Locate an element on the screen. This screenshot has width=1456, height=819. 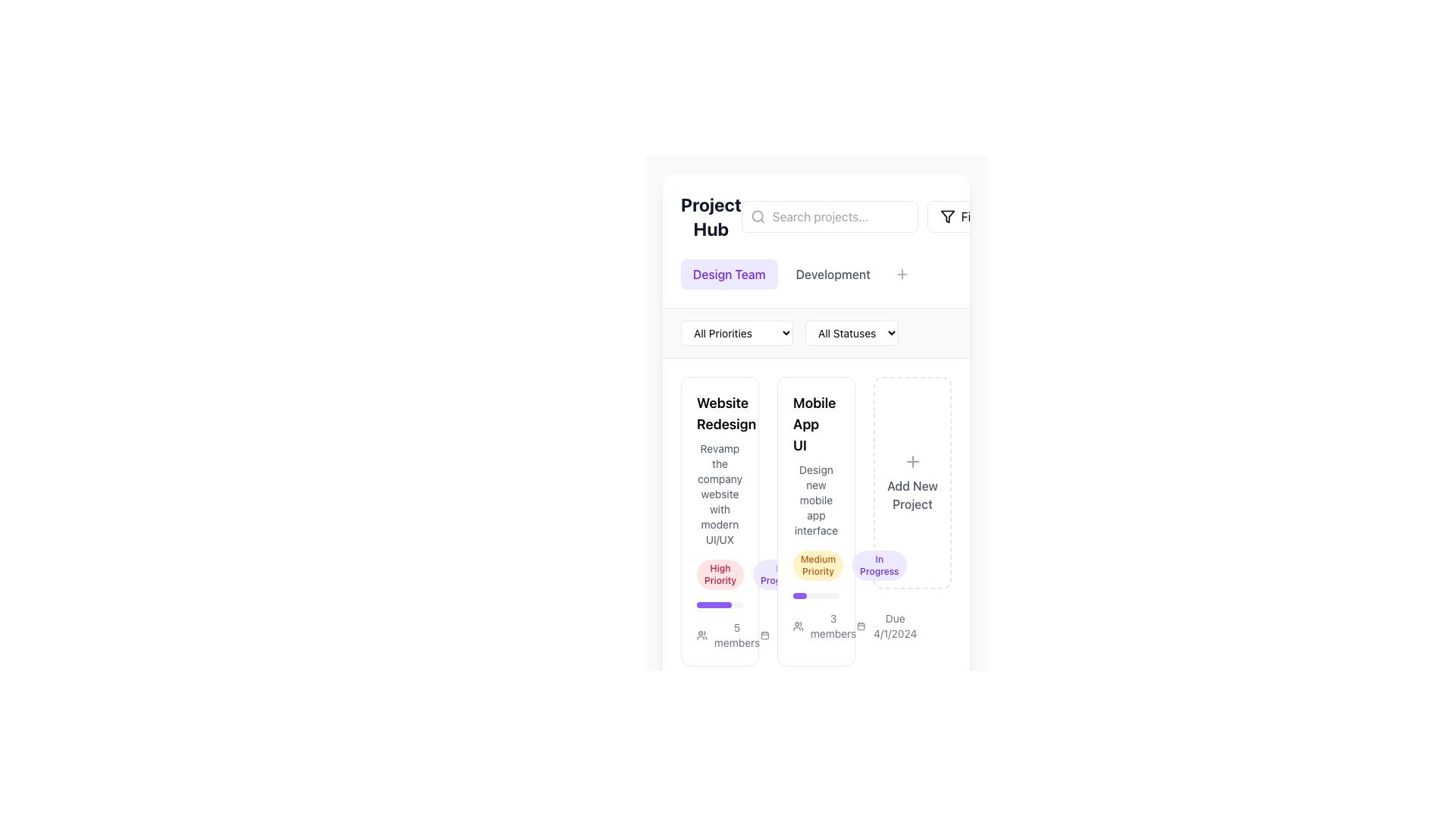
the label with an icon indicating the number of members associated with the 'Mobile App UI' task, located above the progress bar and next to the 'Due 4/1/2024' text component is located at coordinates (815, 626).